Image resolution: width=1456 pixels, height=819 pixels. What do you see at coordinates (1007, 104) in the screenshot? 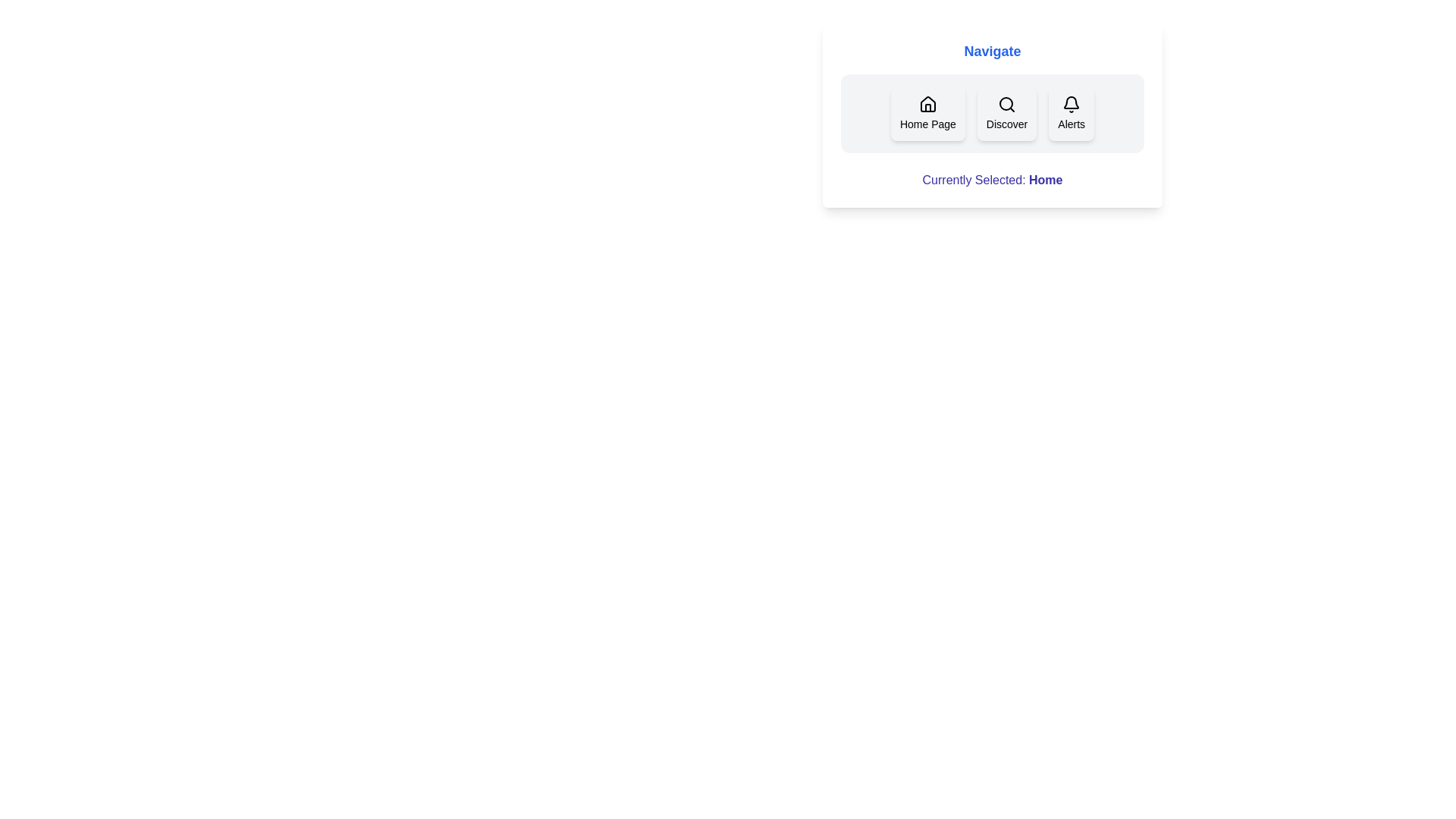
I see `the magnifying glass icon located above the text 'Discover' in the navigation button` at bounding box center [1007, 104].